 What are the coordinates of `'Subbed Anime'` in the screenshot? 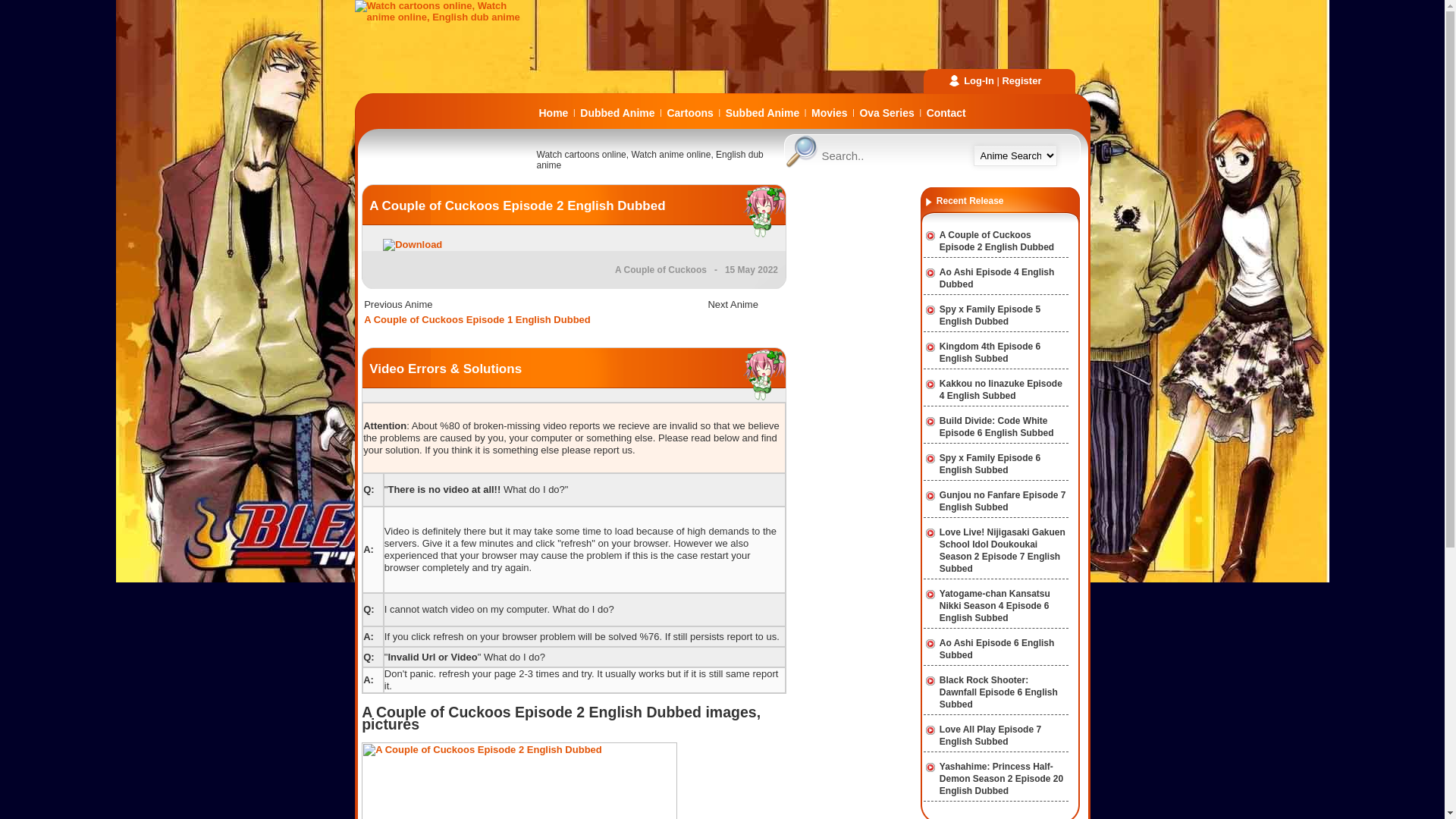 It's located at (763, 112).